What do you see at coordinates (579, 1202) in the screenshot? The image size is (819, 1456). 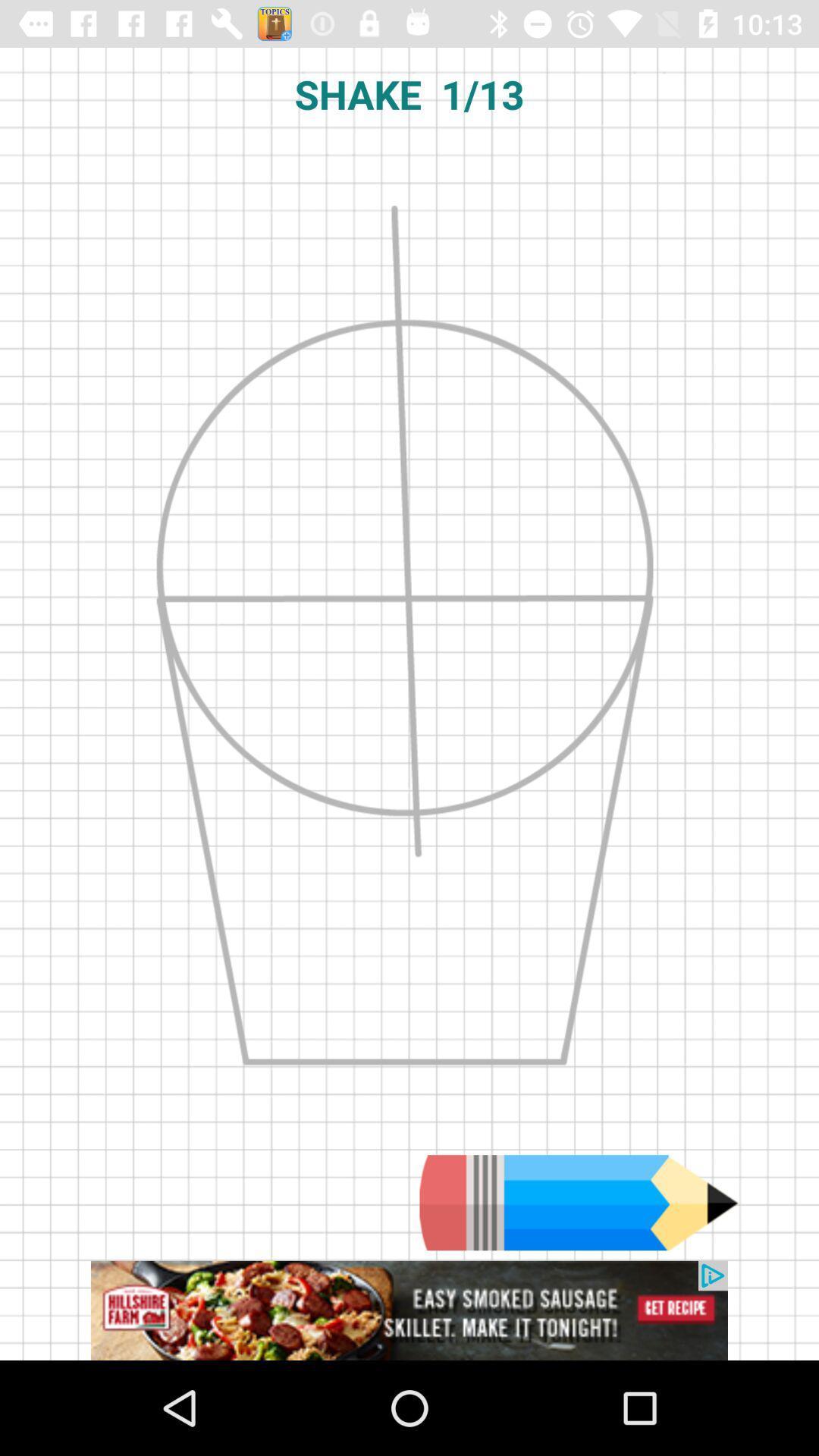 I see `next arrow option` at bounding box center [579, 1202].